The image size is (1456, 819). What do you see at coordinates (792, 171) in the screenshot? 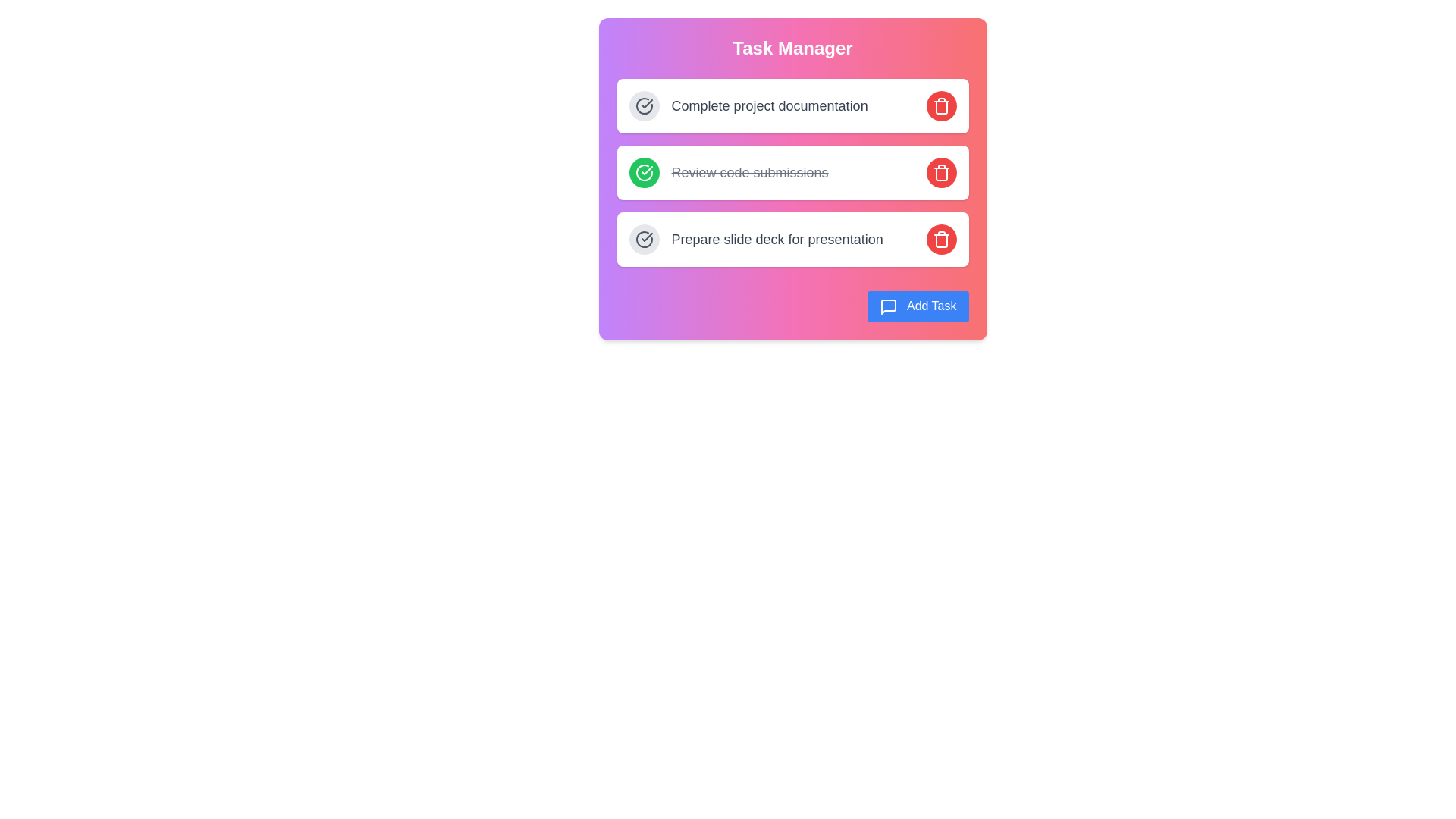
I see `the green check icon on the completed task item card in the Task Manager to mark the task as complete` at bounding box center [792, 171].